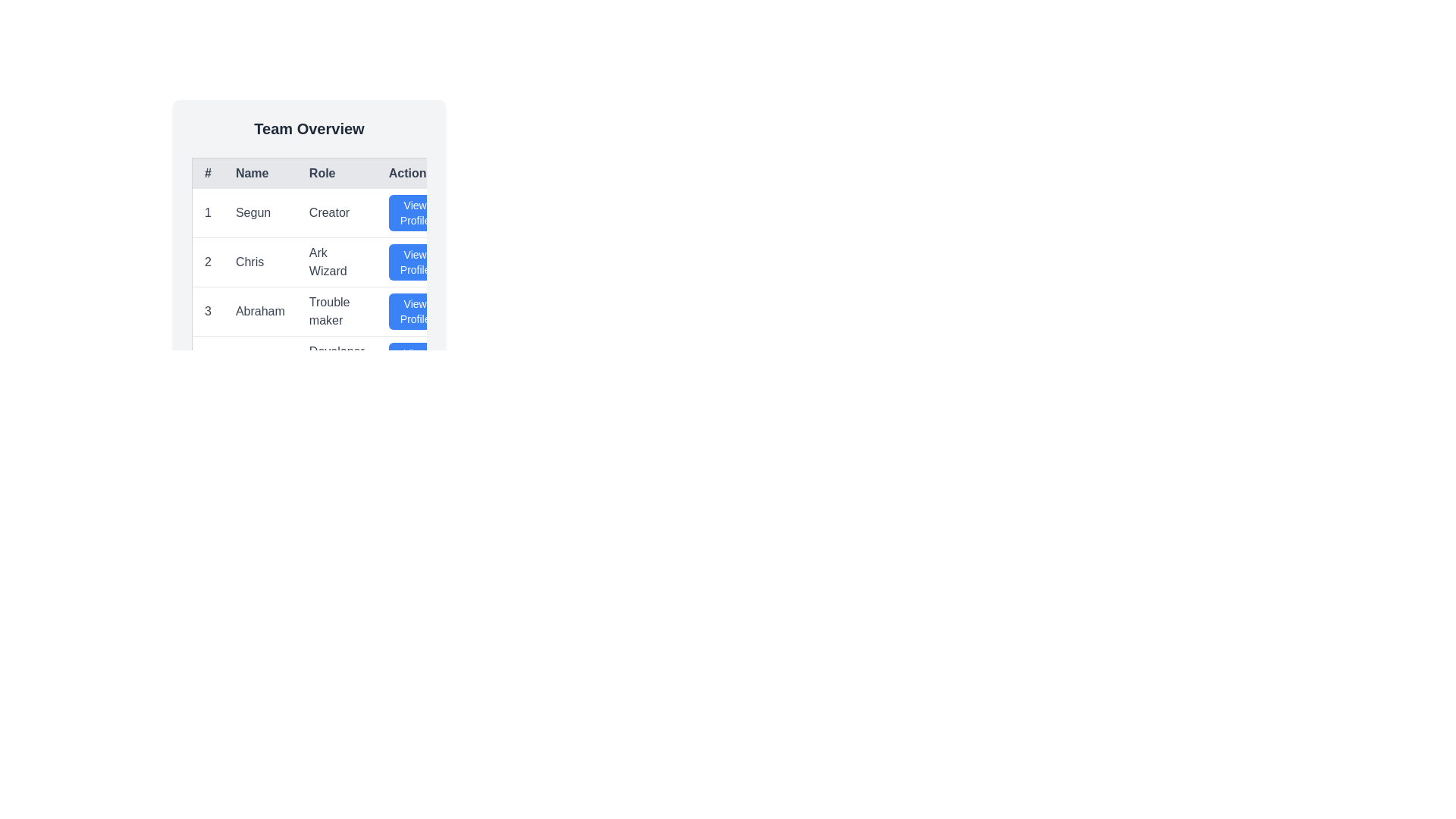 This screenshot has width=1456, height=819. Describe the element at coordinates (260, 311) in the screenshot. I see `static text label for the name 'Abraham', located in the third row of the table under the 'Name' column, positioned between the numeric indicator '3' and the 'Role' field 'Trouble maker'` at that location.